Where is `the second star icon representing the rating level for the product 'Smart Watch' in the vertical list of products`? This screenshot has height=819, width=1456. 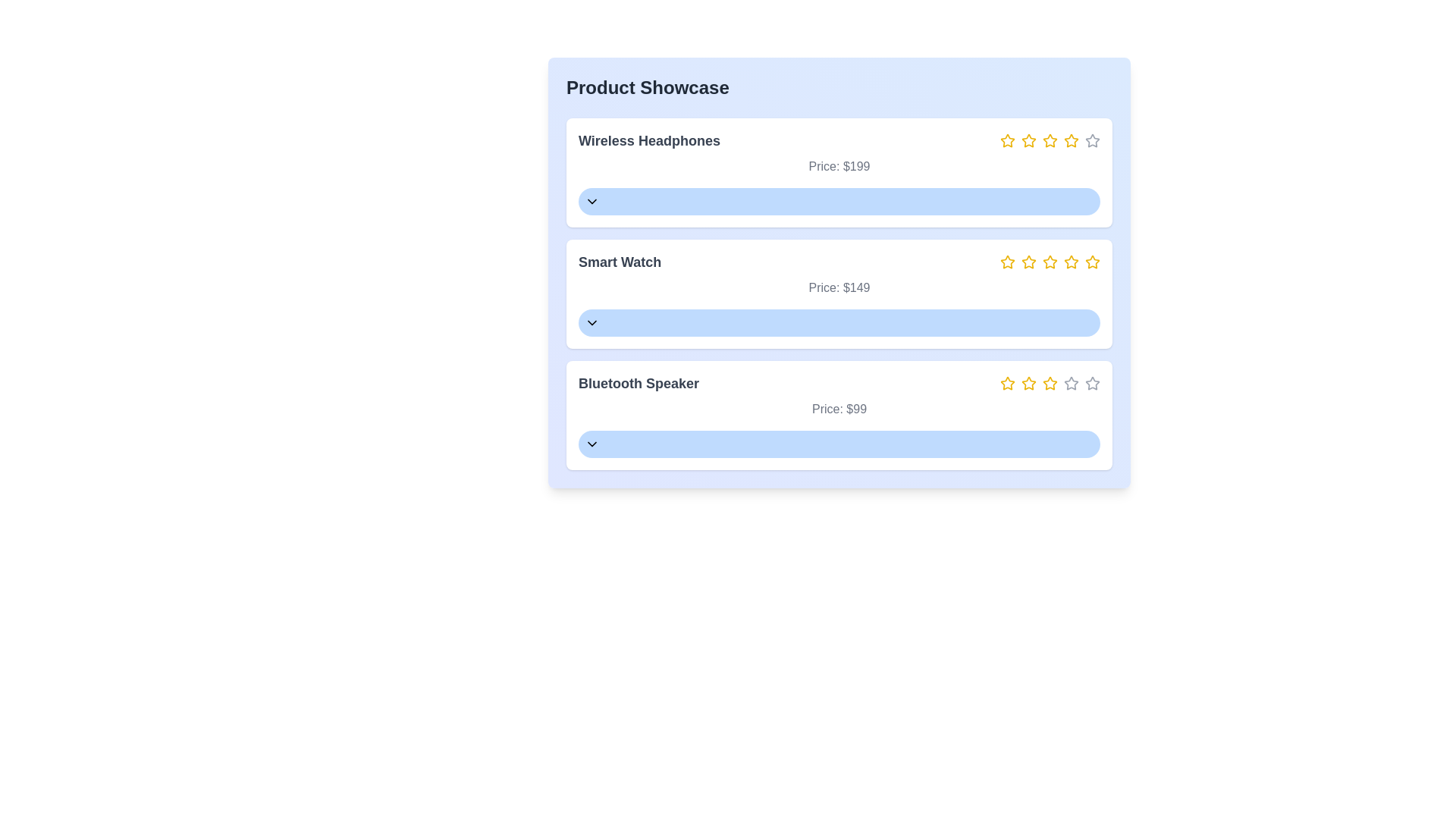
the second star icon representing the rating level for the product 'Smart Watch' in the vertical list of products is located at coordinates (1029, 262).